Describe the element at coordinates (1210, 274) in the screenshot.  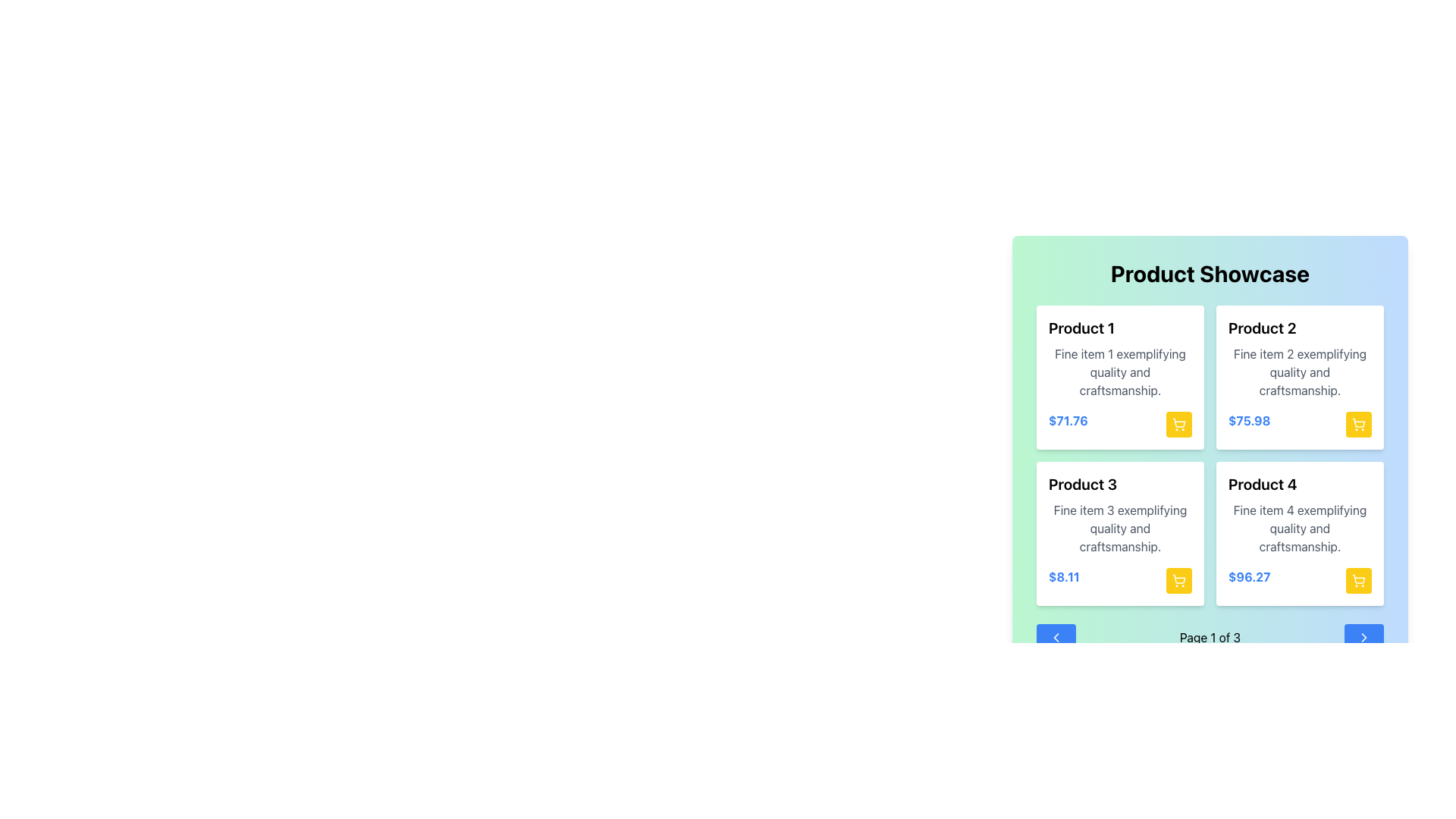
I see `the Static text header that serves as the title for the section containing product details, which is centered horizontally above the grid of product listings` at that location.